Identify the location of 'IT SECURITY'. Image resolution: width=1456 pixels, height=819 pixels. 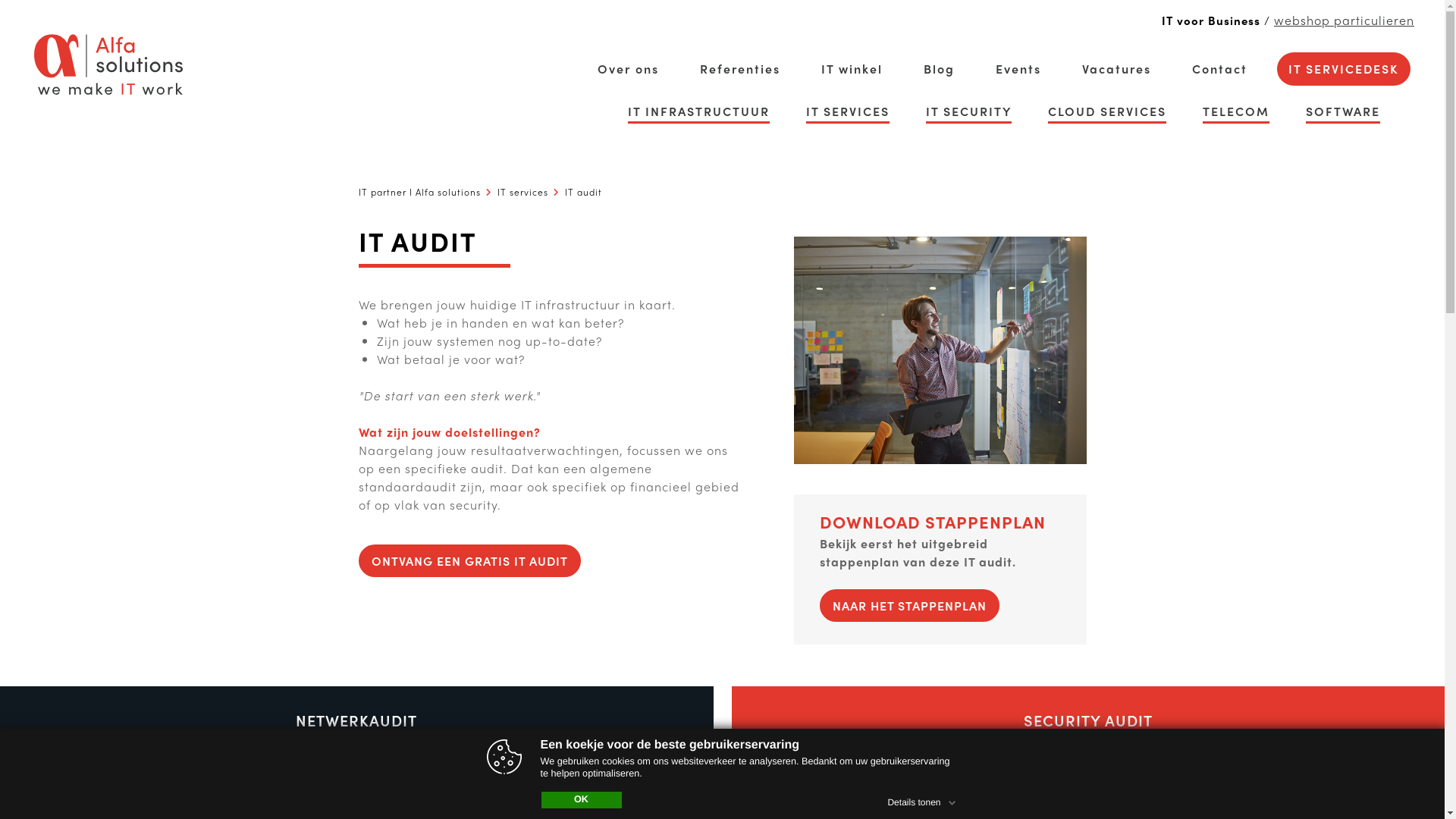
(968, 110).